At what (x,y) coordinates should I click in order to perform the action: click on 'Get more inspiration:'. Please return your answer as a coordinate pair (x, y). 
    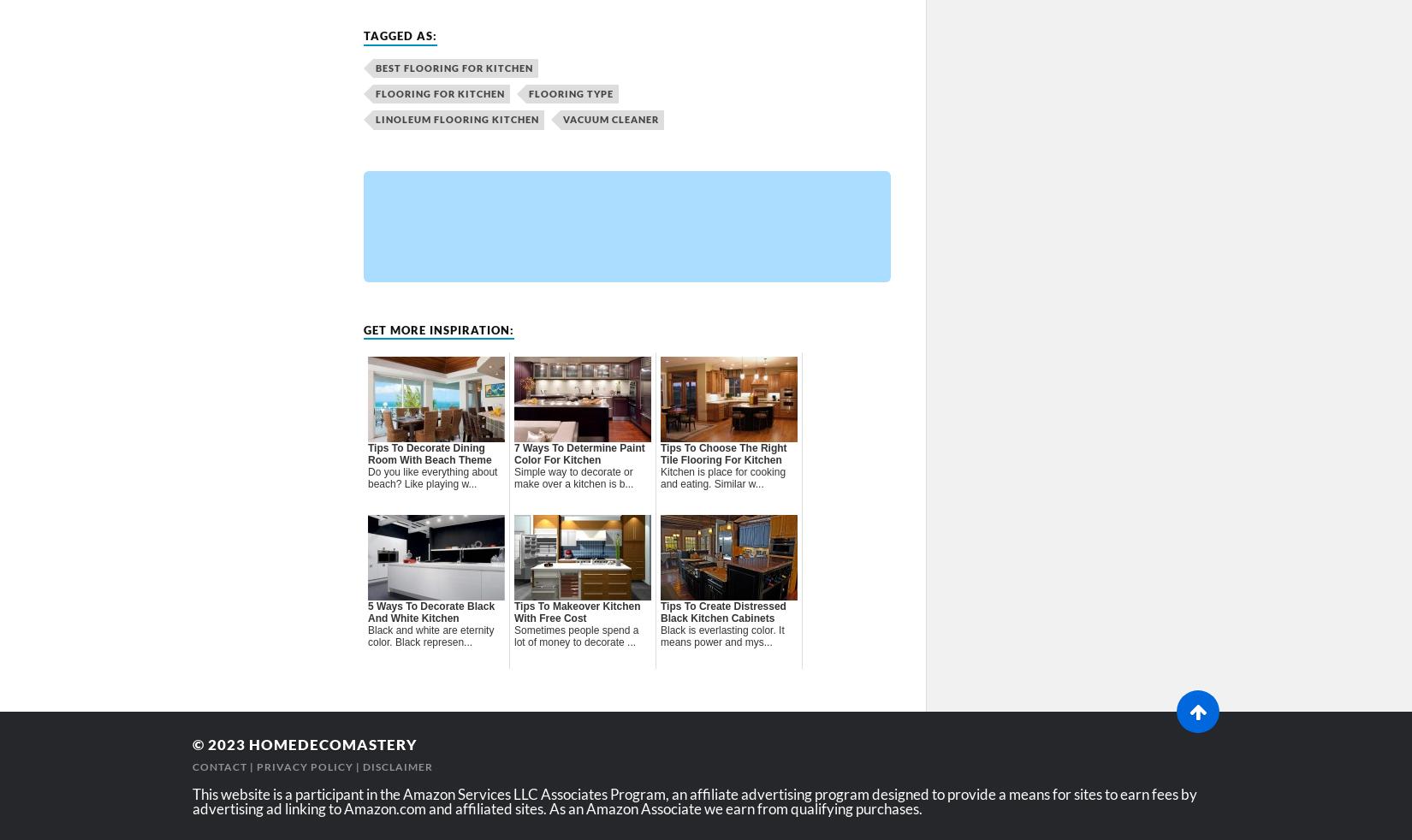
    Looking at the image, I should click on (437, 329).